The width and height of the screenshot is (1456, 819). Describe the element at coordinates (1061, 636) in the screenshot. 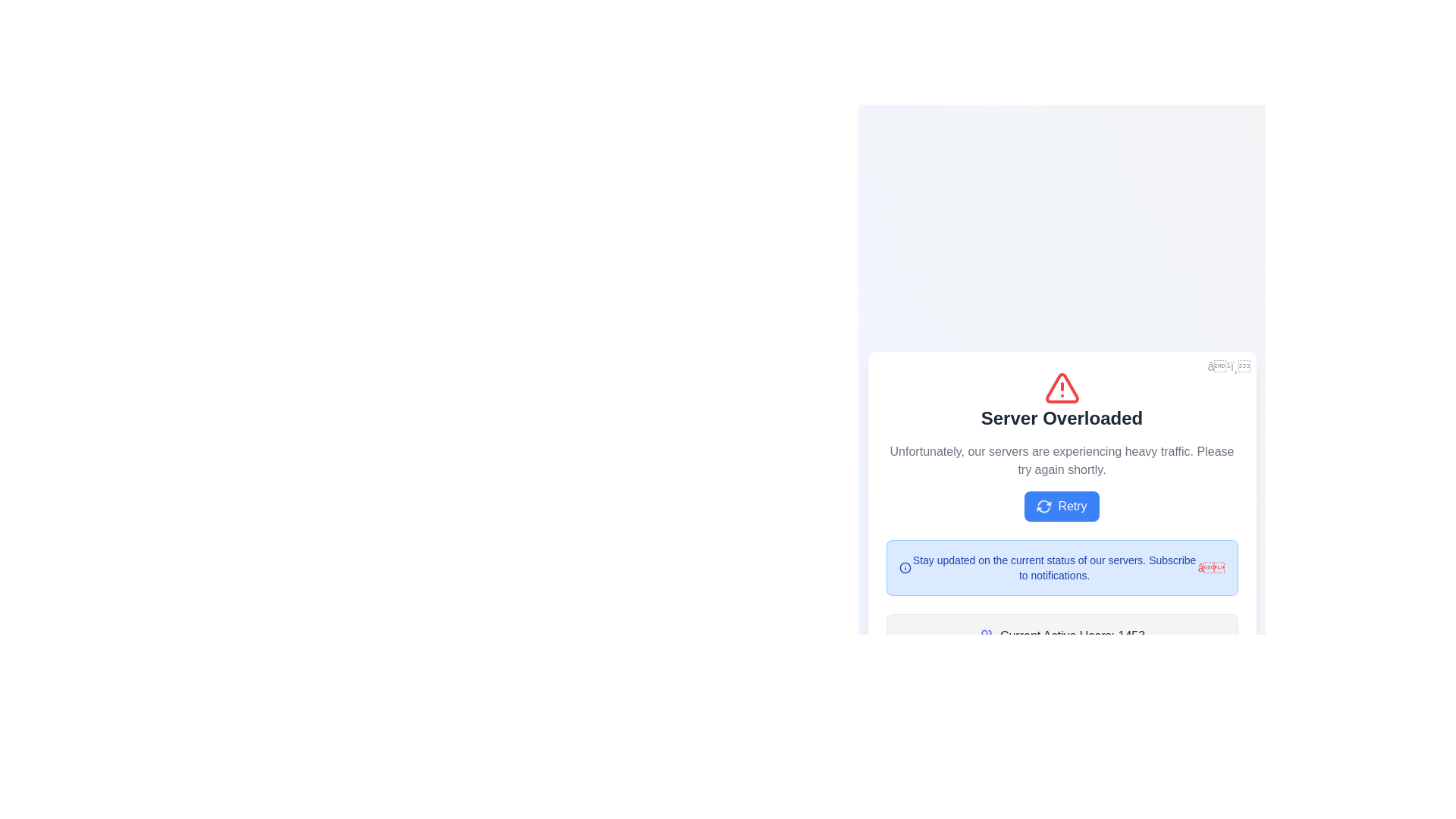

I see `the Information Display Box that shows 'Current Active Users: 1453' with a light gray background and indigo user figures icon` at that location.